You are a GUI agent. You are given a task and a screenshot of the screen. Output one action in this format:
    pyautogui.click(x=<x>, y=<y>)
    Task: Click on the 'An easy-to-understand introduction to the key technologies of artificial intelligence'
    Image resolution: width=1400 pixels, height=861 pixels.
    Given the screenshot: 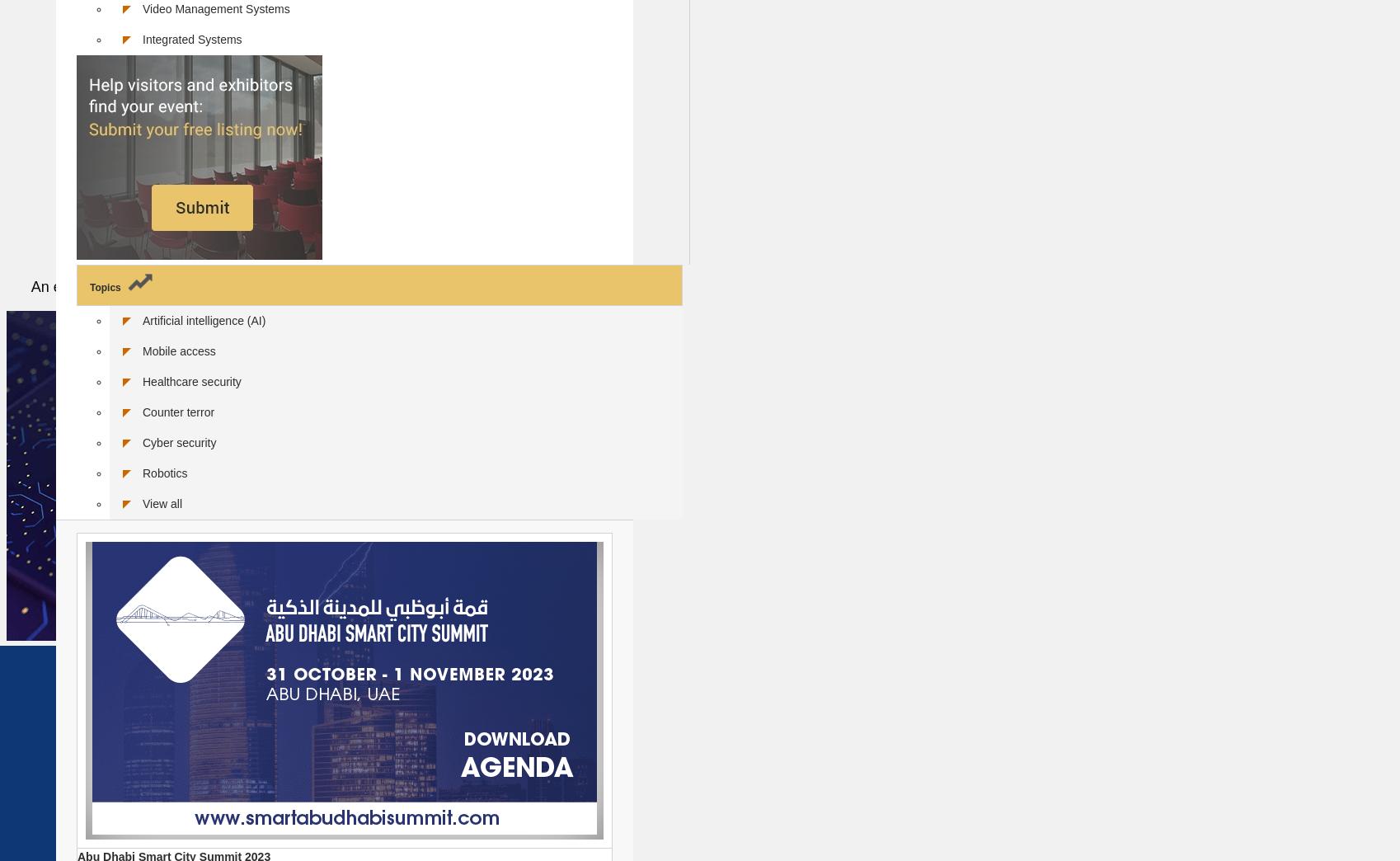 What is the action you would take?
    pyautogui.click(x=298, y=286)
    